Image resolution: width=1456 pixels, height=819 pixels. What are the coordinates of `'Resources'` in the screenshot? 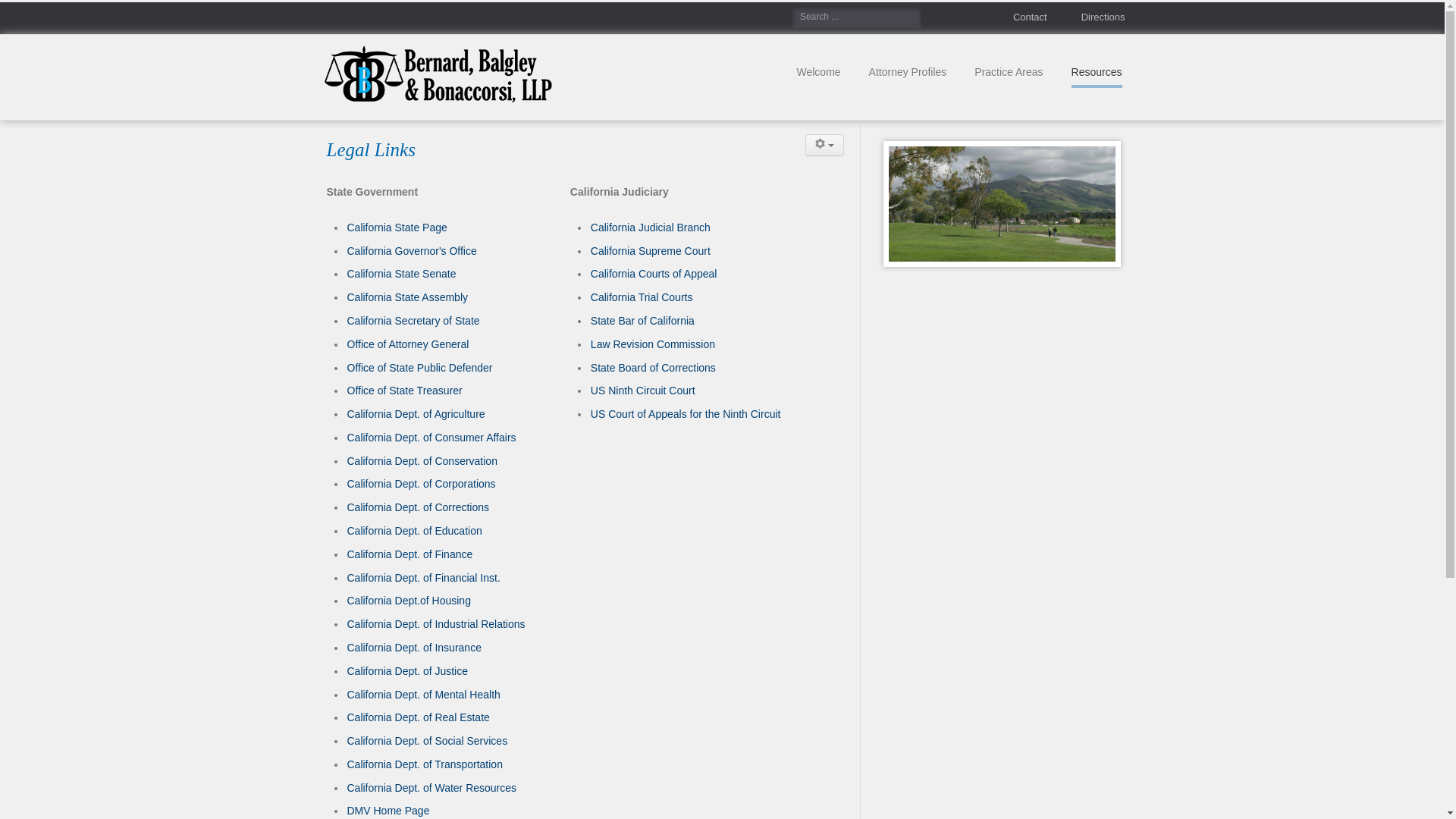 It's located at (1097, 73).